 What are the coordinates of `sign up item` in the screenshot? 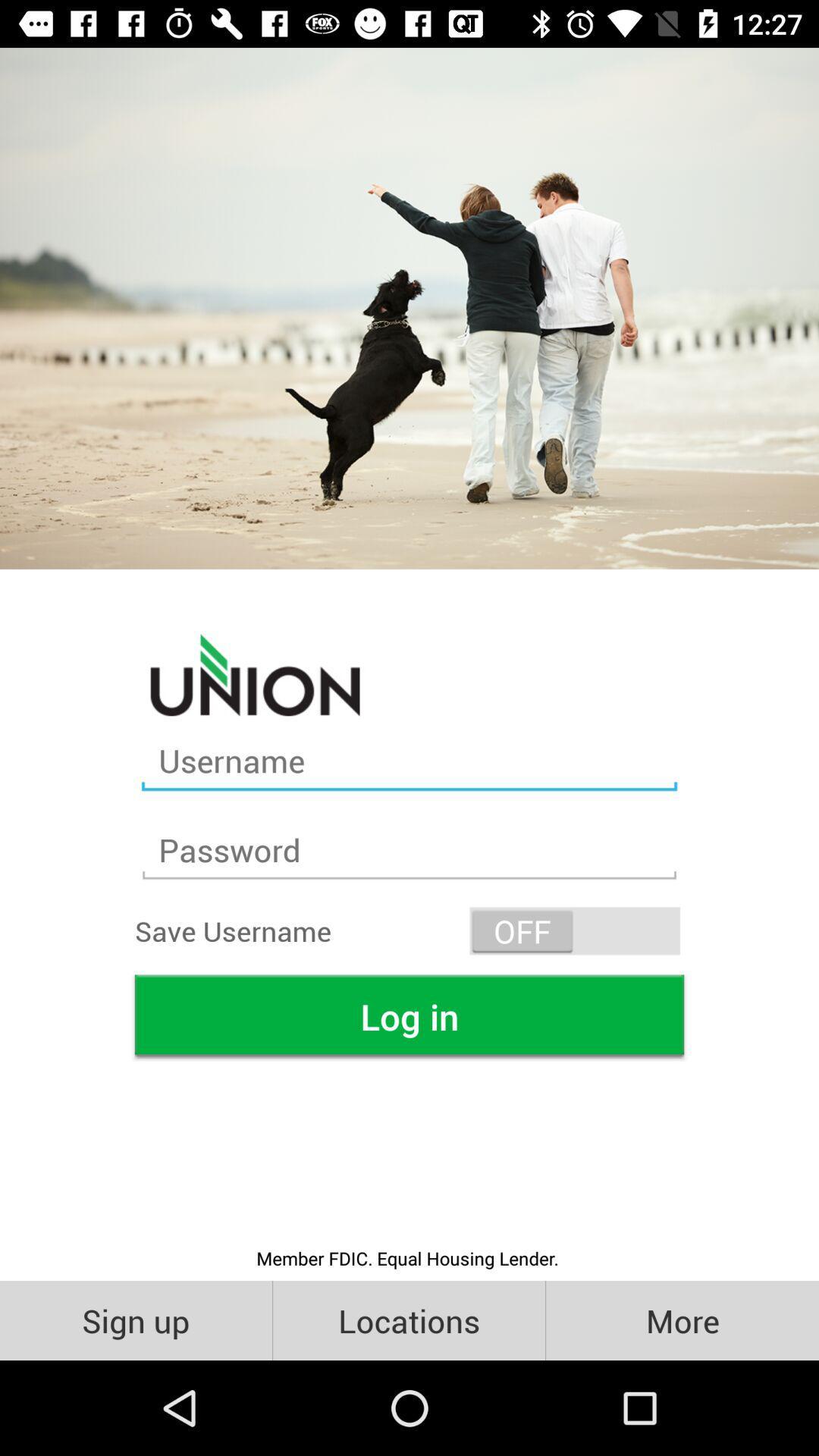 It's located at (135, 1319).